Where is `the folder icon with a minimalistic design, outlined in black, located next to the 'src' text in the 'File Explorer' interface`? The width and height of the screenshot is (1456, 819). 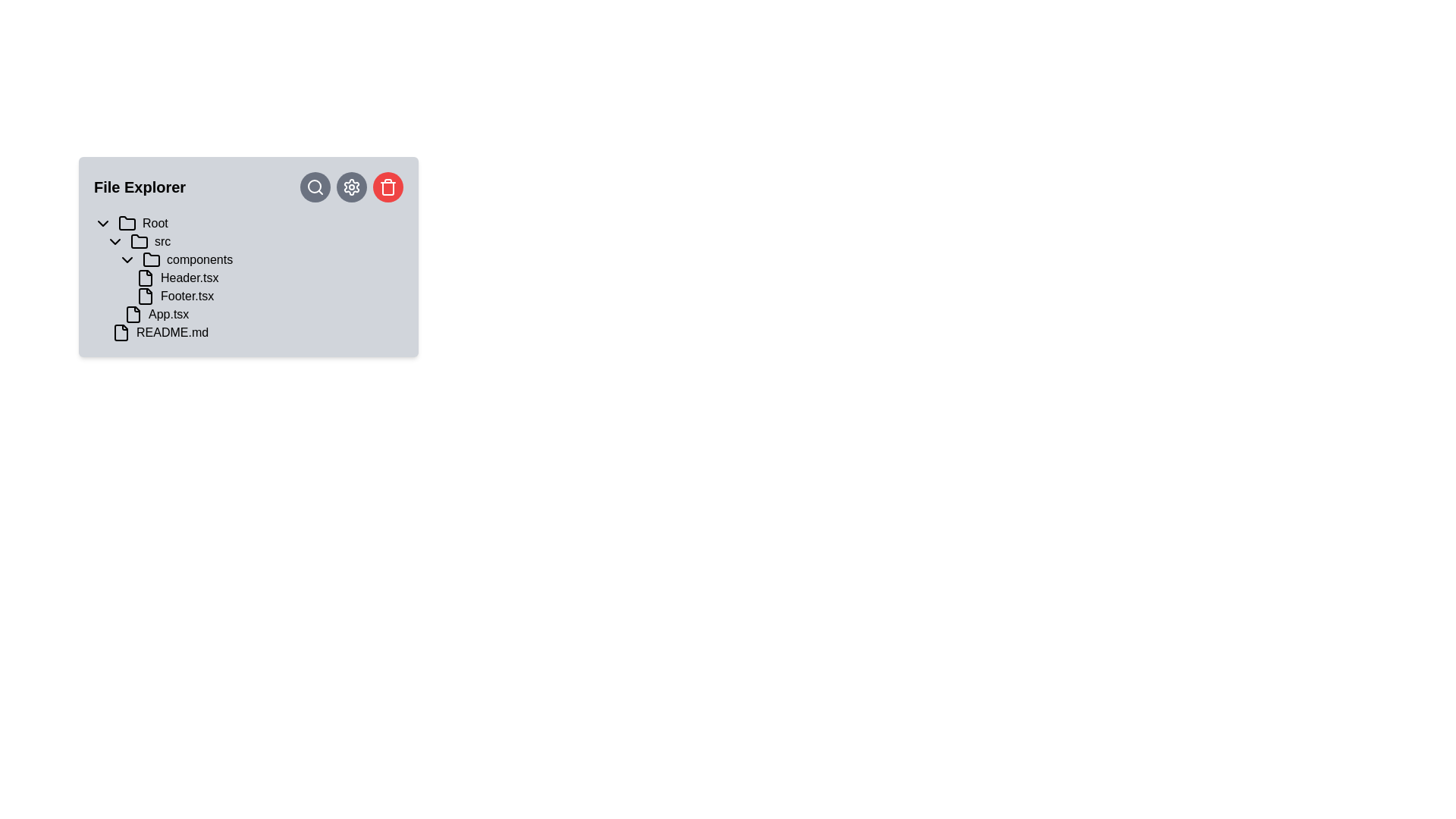 the folder icon with a minimalistic design, outlined in black, located next to the 'src' text in the 'File Explorer' interface is located at coordinates (139, 241).